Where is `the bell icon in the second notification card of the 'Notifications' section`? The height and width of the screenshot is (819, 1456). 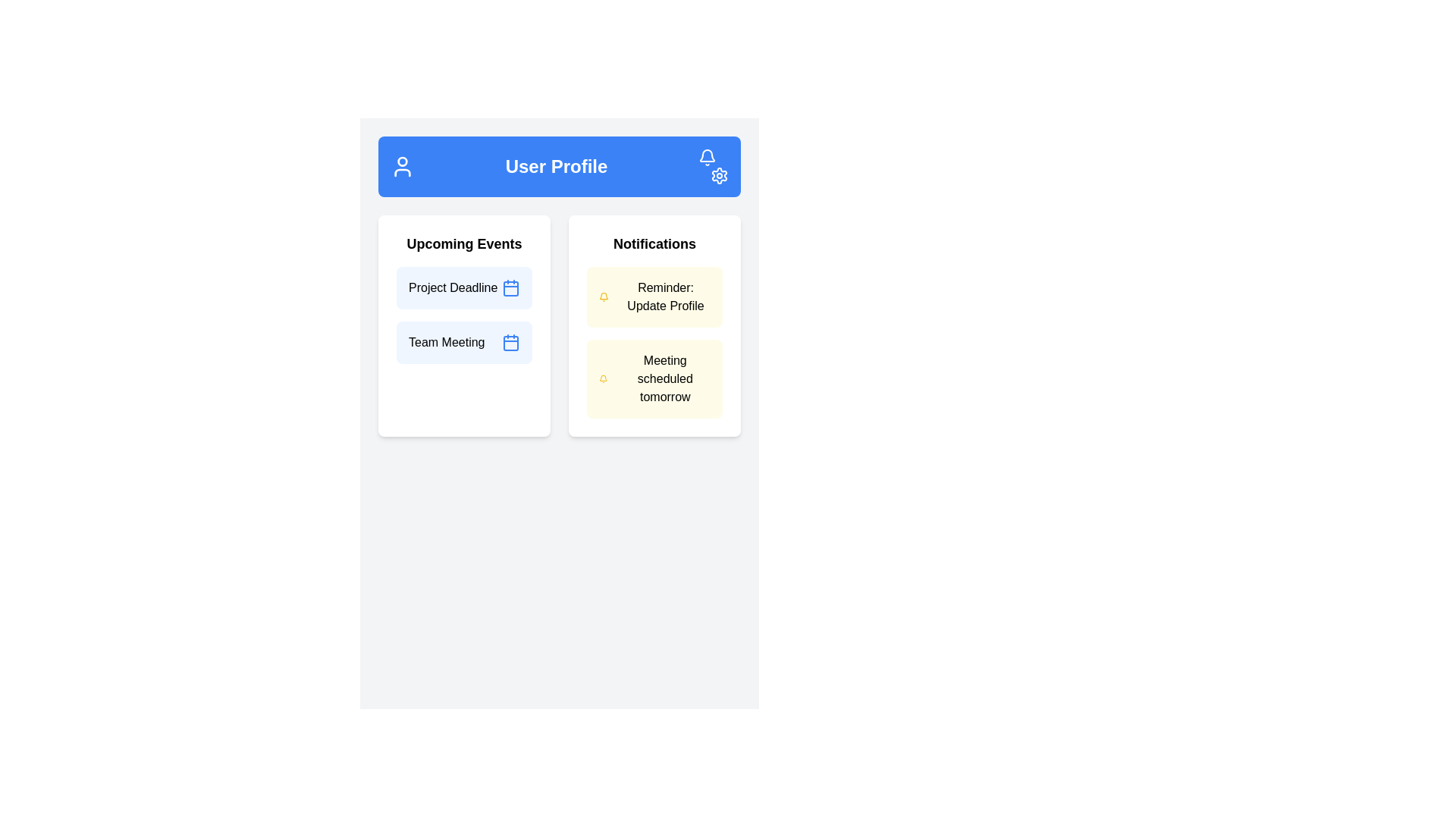
the bell icon in the second notification card of the 'Notifications' section is located at coordinates (602, 378).